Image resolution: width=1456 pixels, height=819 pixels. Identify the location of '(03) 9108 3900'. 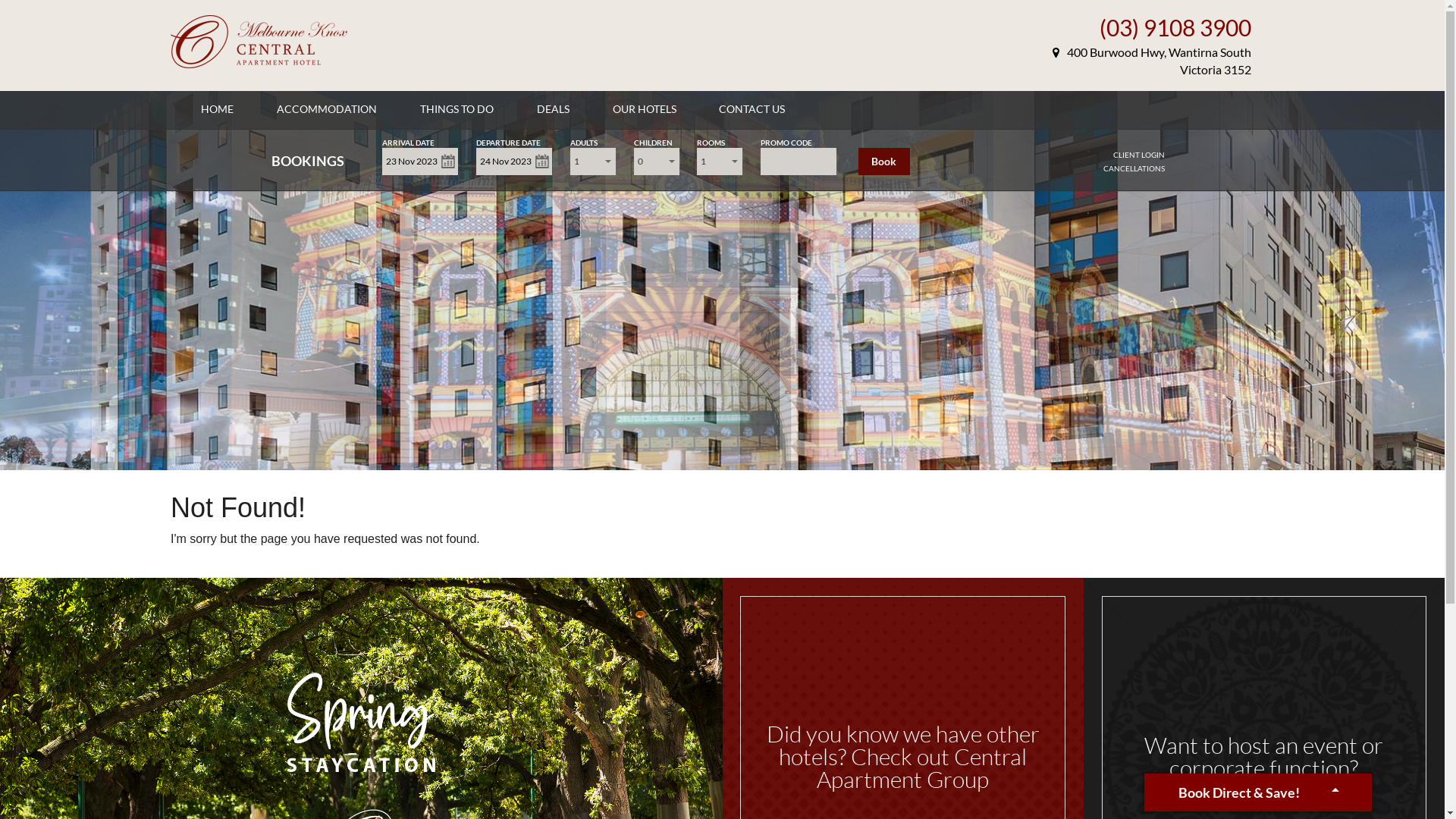
(1175, 27).